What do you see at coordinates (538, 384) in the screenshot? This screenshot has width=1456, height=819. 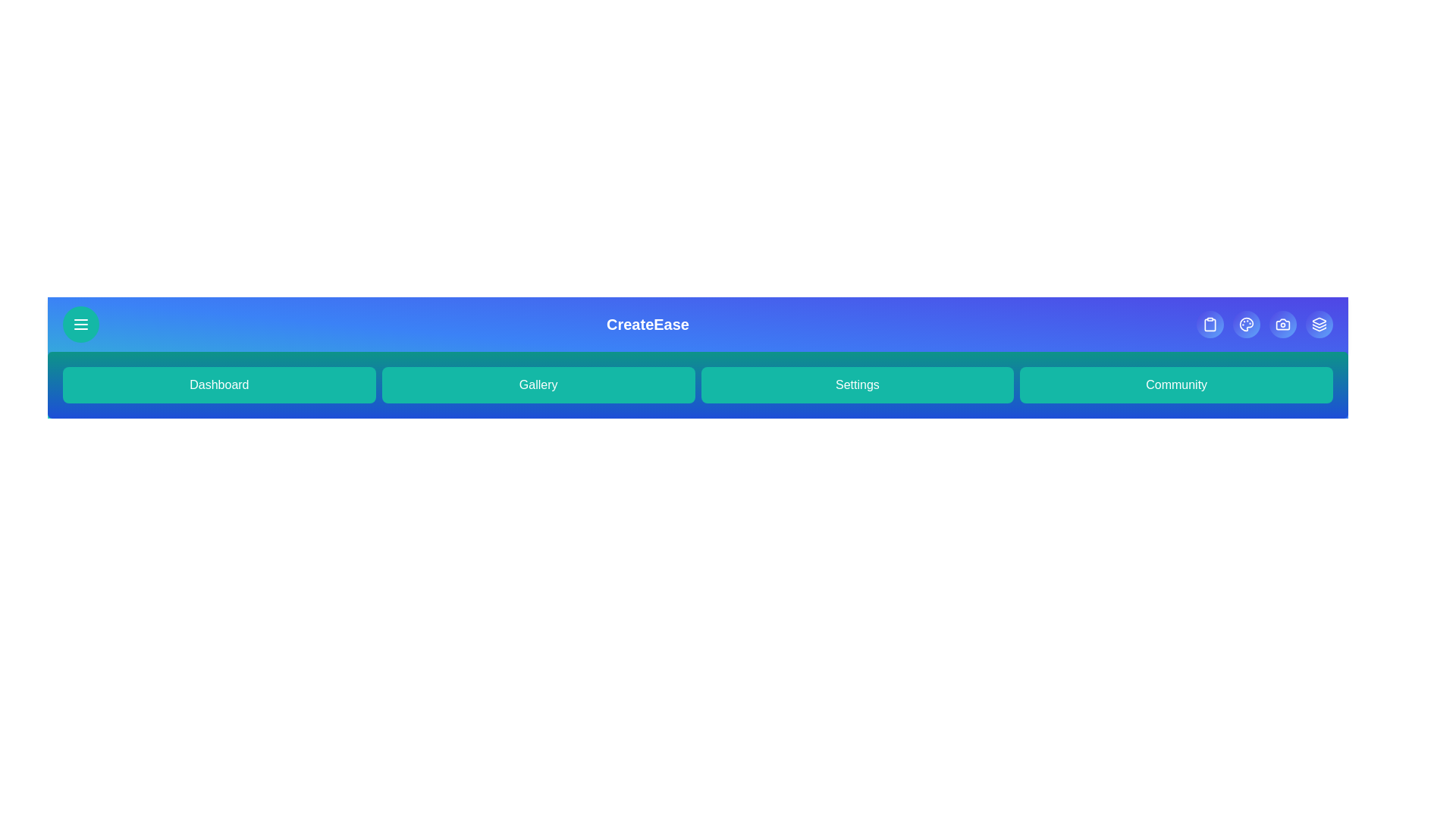 I see `the 'Gallery' button to navigate to the 'Gallery' section` at bounding box center [538, 384].